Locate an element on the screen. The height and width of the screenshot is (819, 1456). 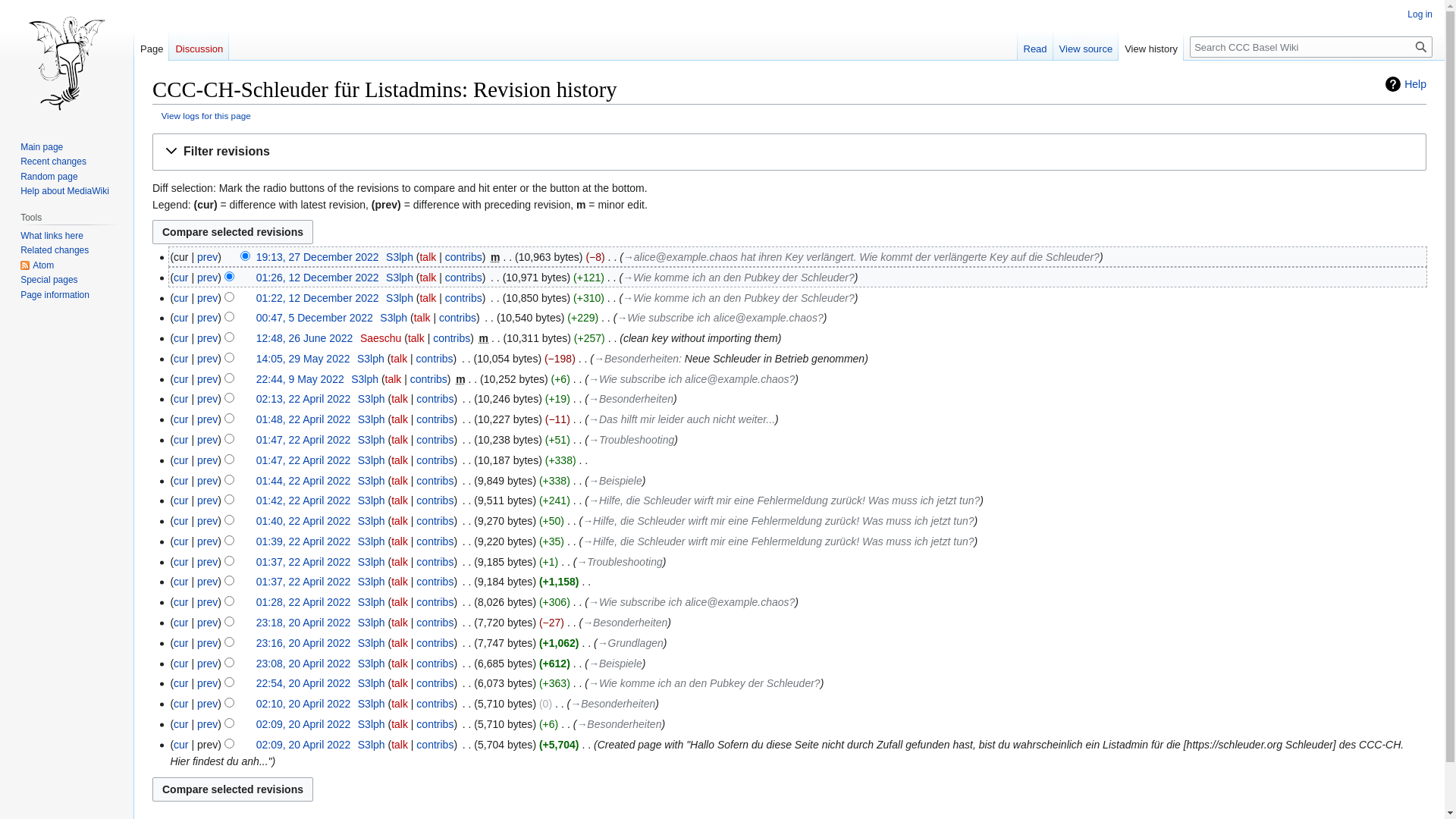
'Search' is located at coordinates (1420, 45).